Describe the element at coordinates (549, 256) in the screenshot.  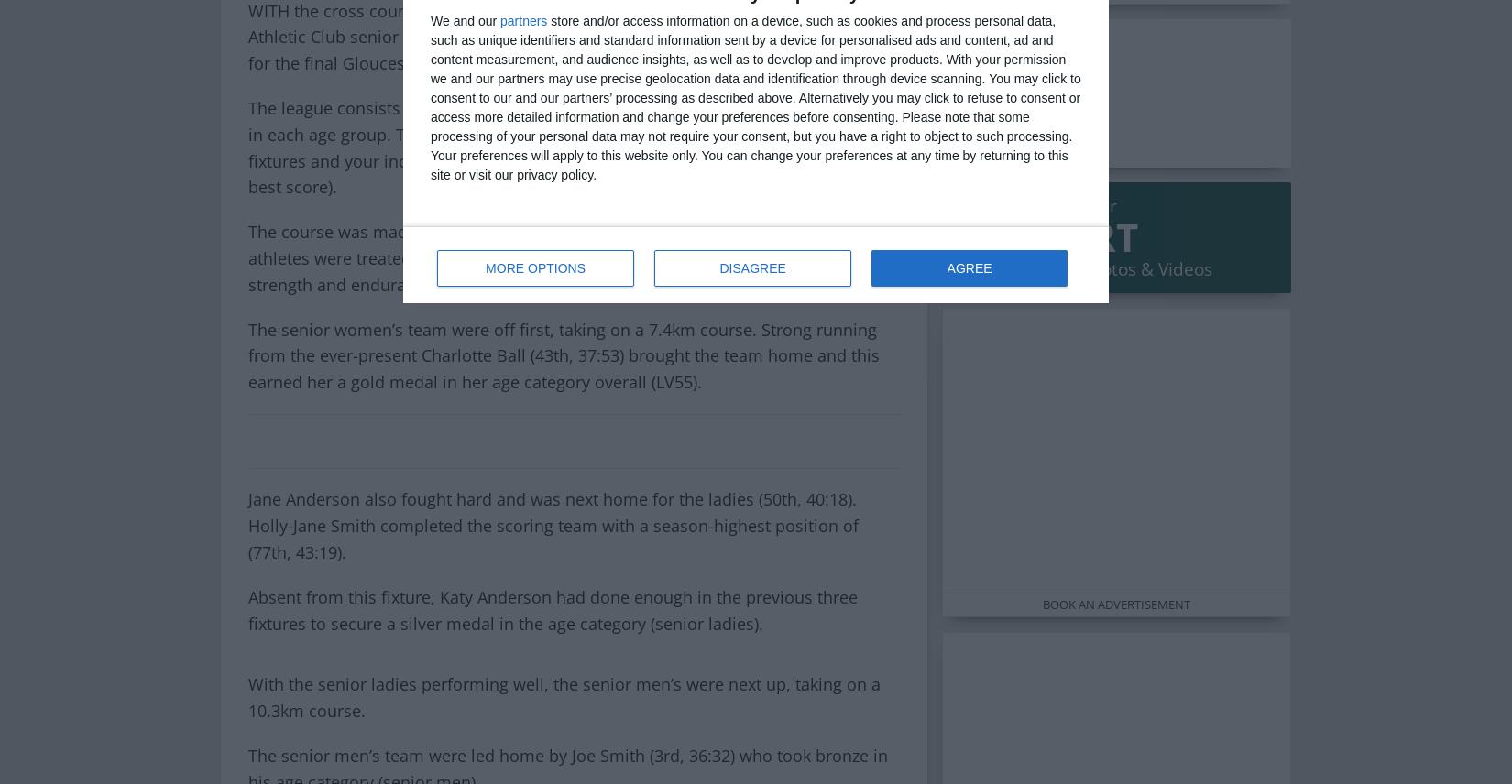
I see `'The course was made up of school playing fields and farmers fields and the athletes were treated to thick and sticky mud, which proved to be a real test of strength and endurance.'` at that location.